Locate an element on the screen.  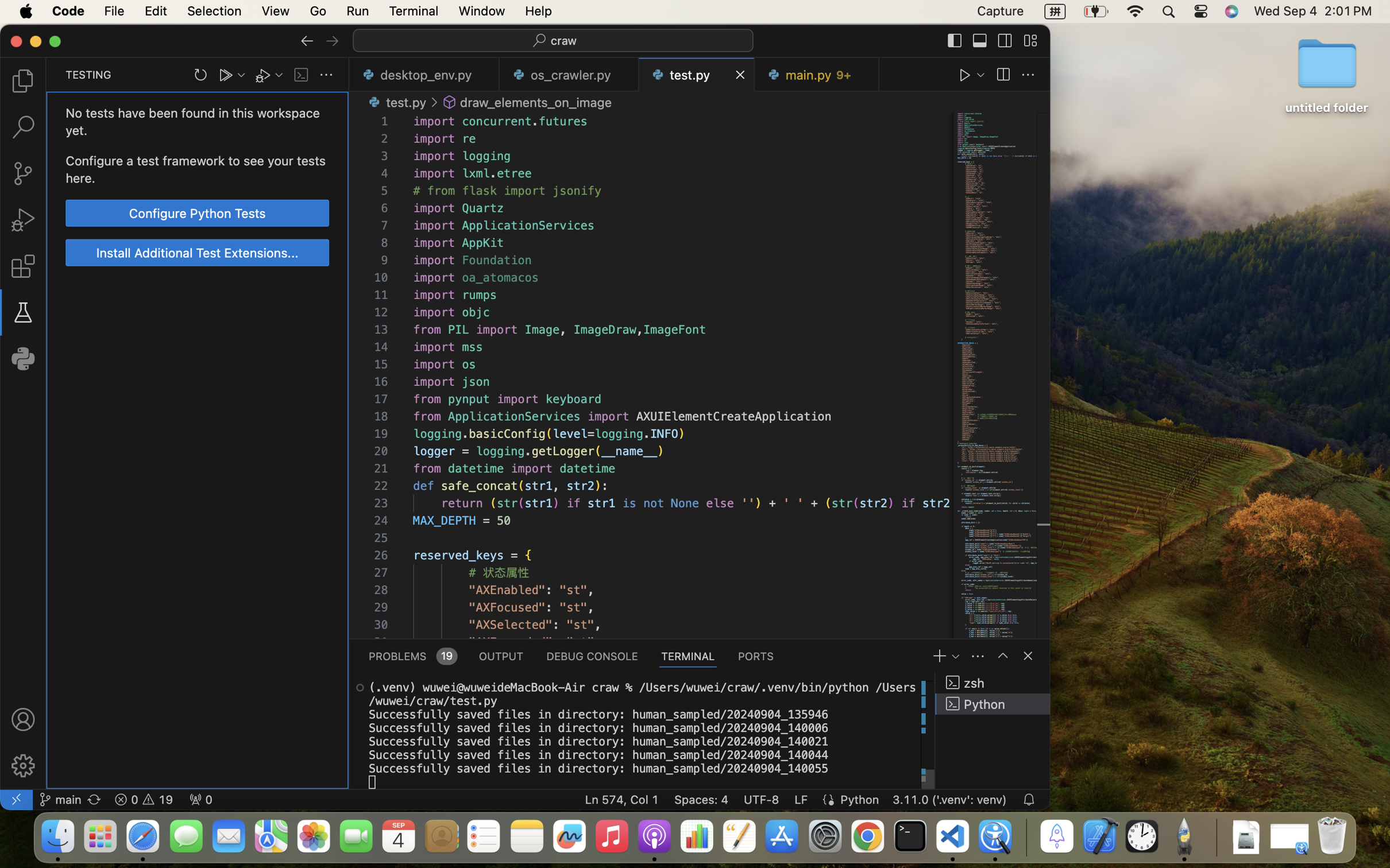
'0 ' is located at coordinates (22, 127).